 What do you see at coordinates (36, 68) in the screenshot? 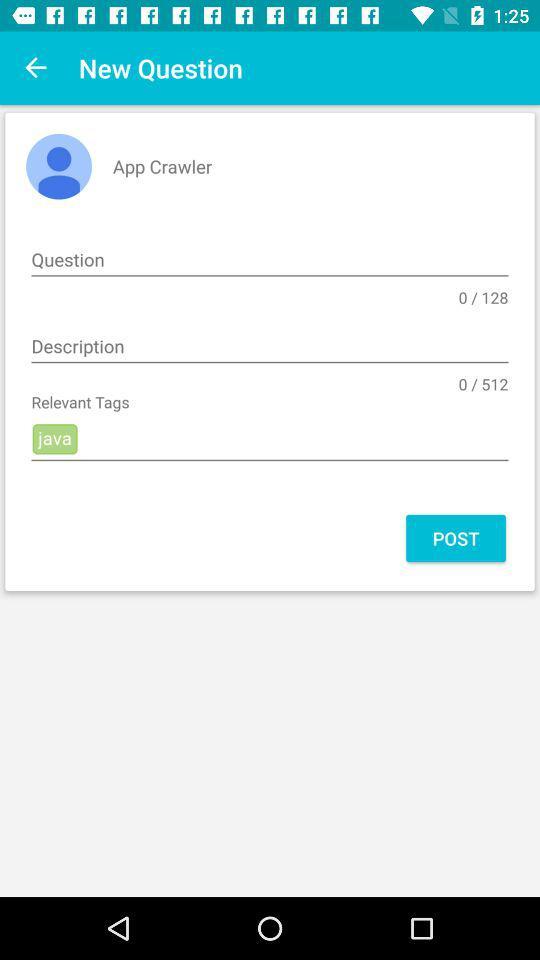
I see `the icon next to the new question icon` at bounding box center [36, 68].